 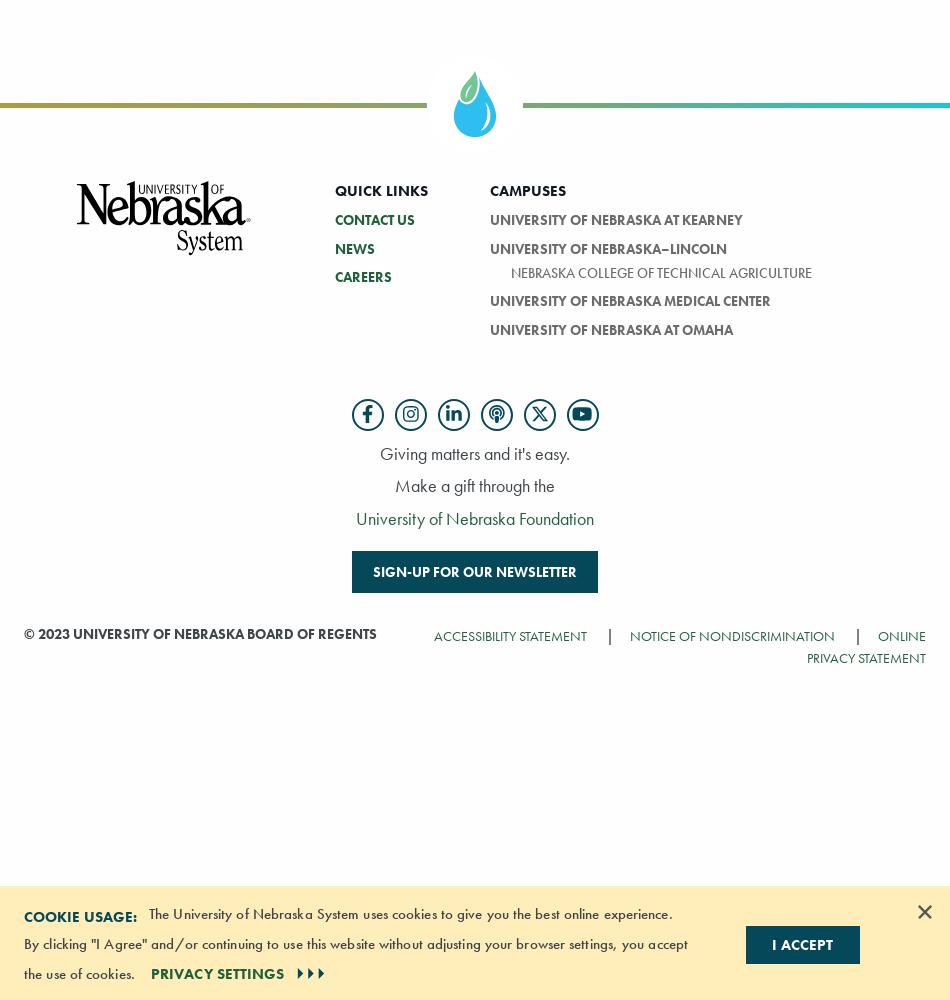 I want to click on 'Giving matters and it's easy.', so click(x=475, y=451).